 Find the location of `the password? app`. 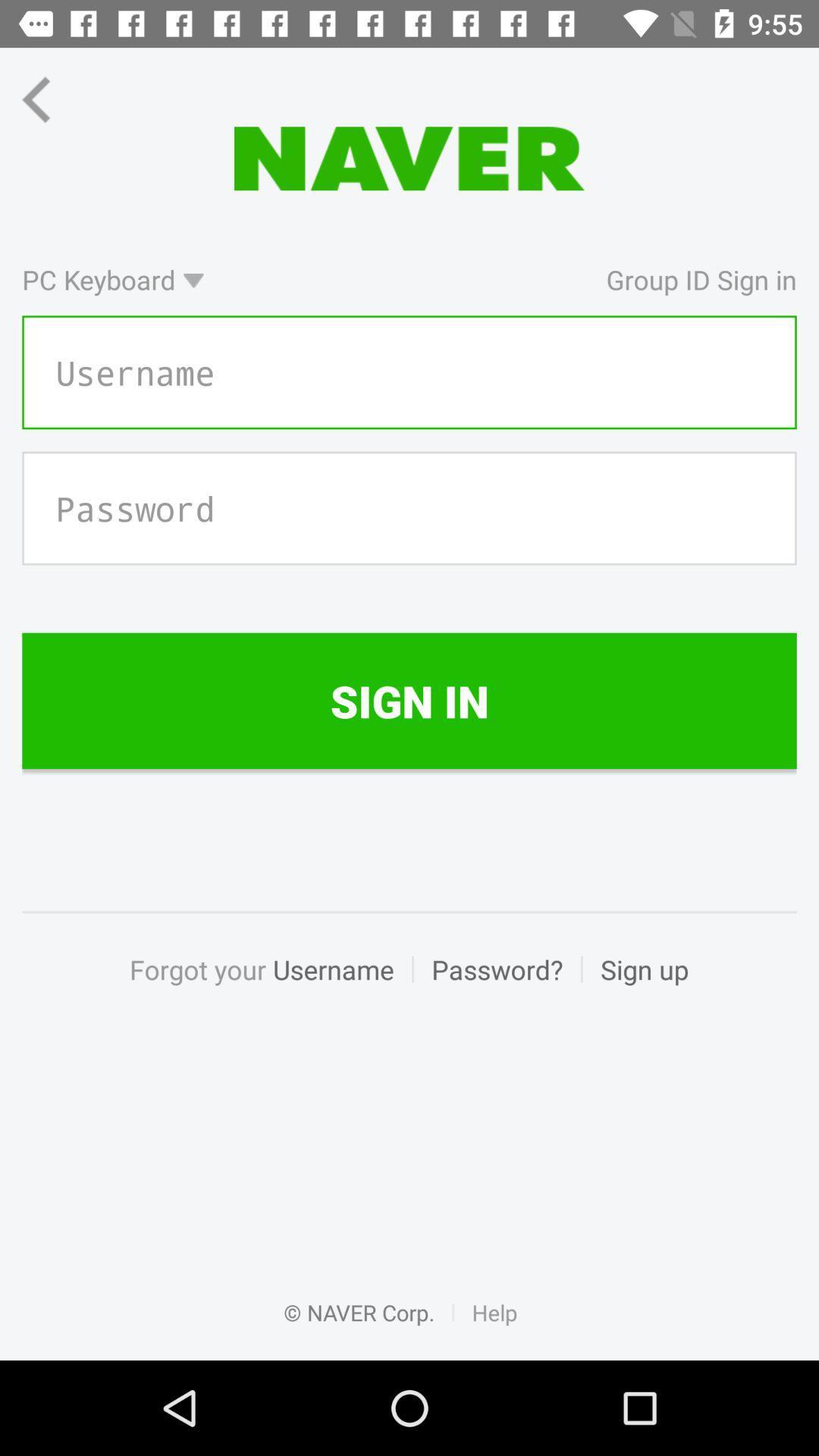

the password? app is located at coordinates (497, 986).